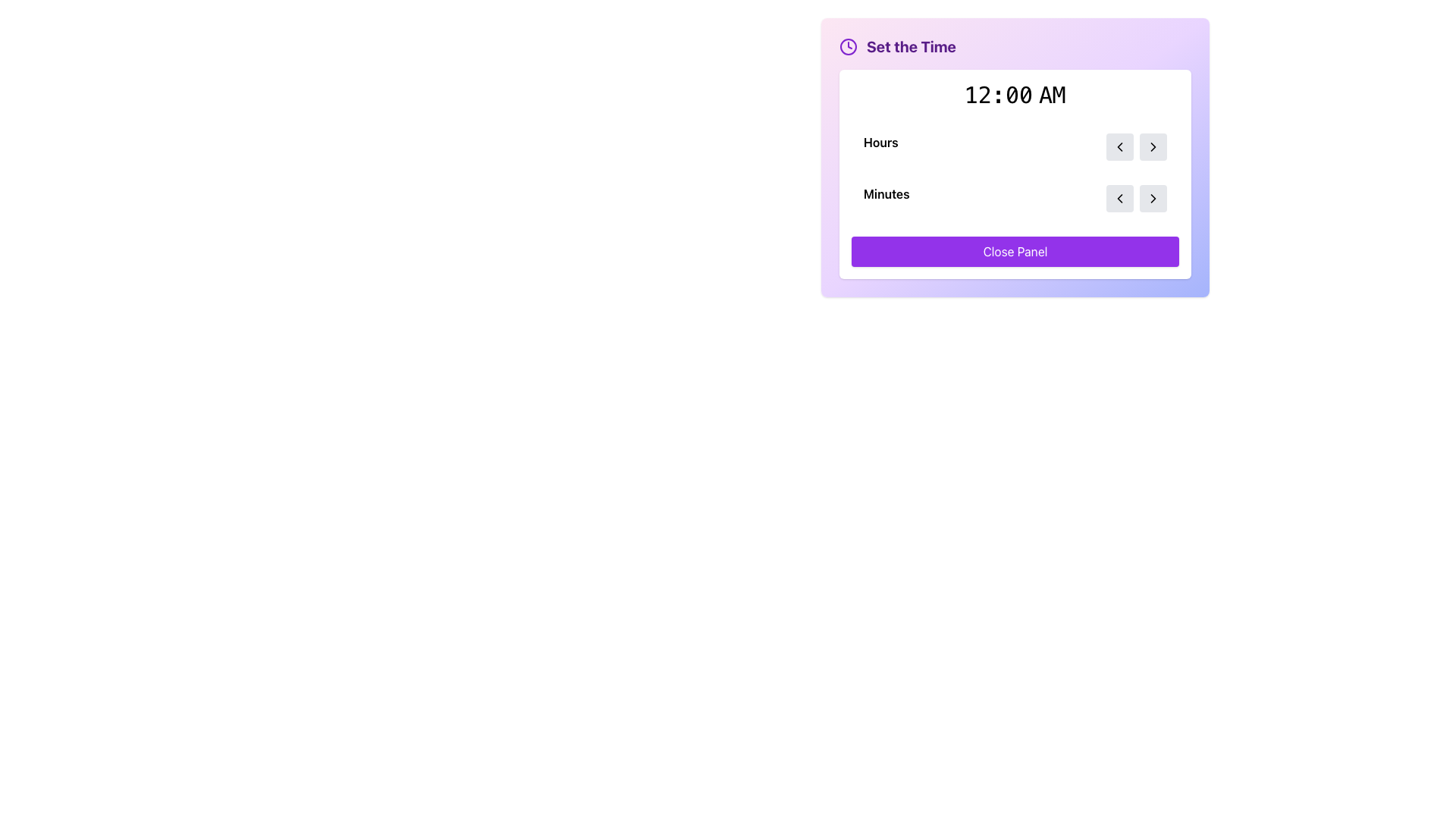  Describe the element at coordinates (1153, 198) in the screenshot. I see `the right-facing chevron-shaped button used to increment minutes on the digital clock interface` at that location.